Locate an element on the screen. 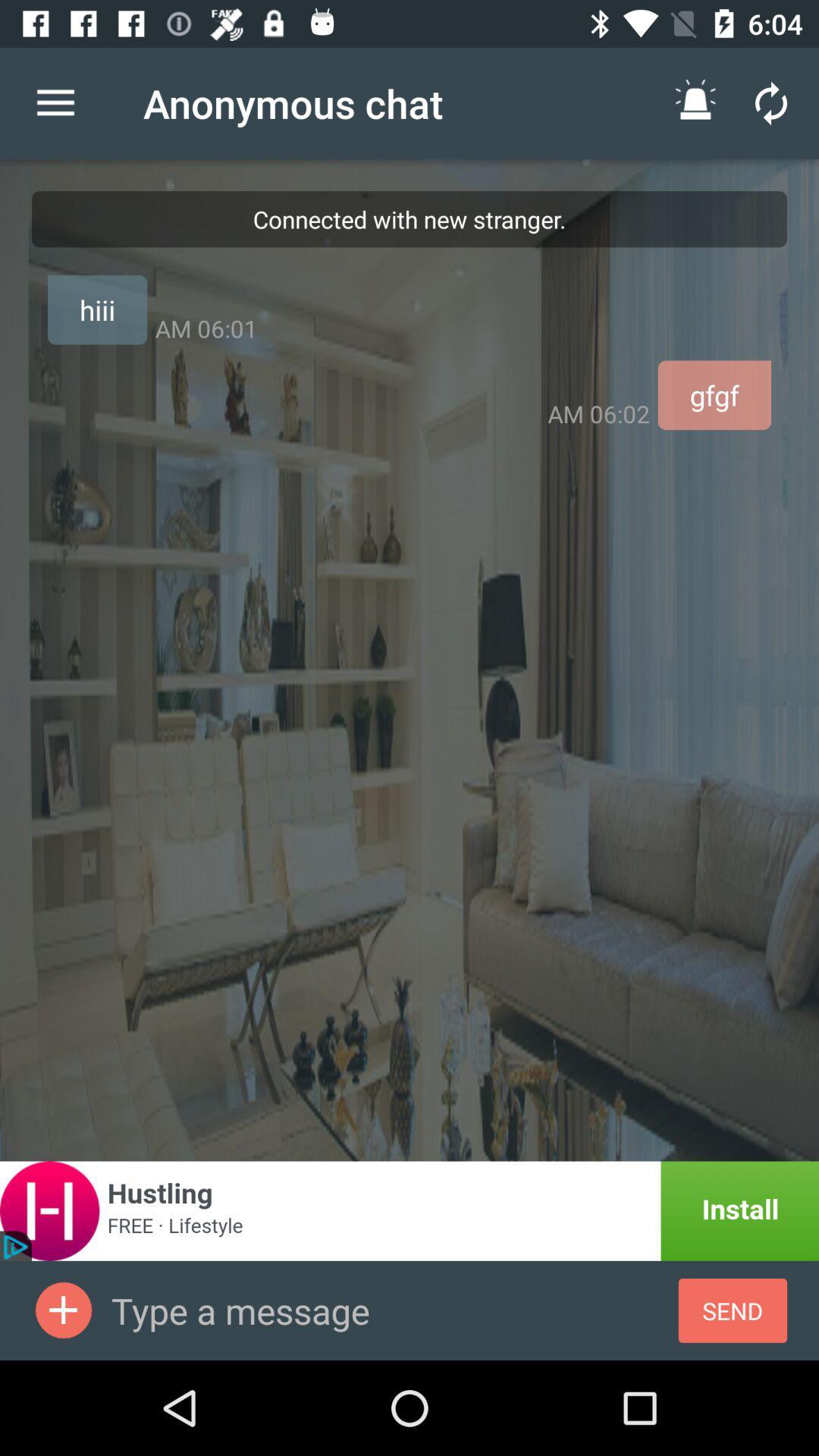  install app is located at coordinates (409, 1210).